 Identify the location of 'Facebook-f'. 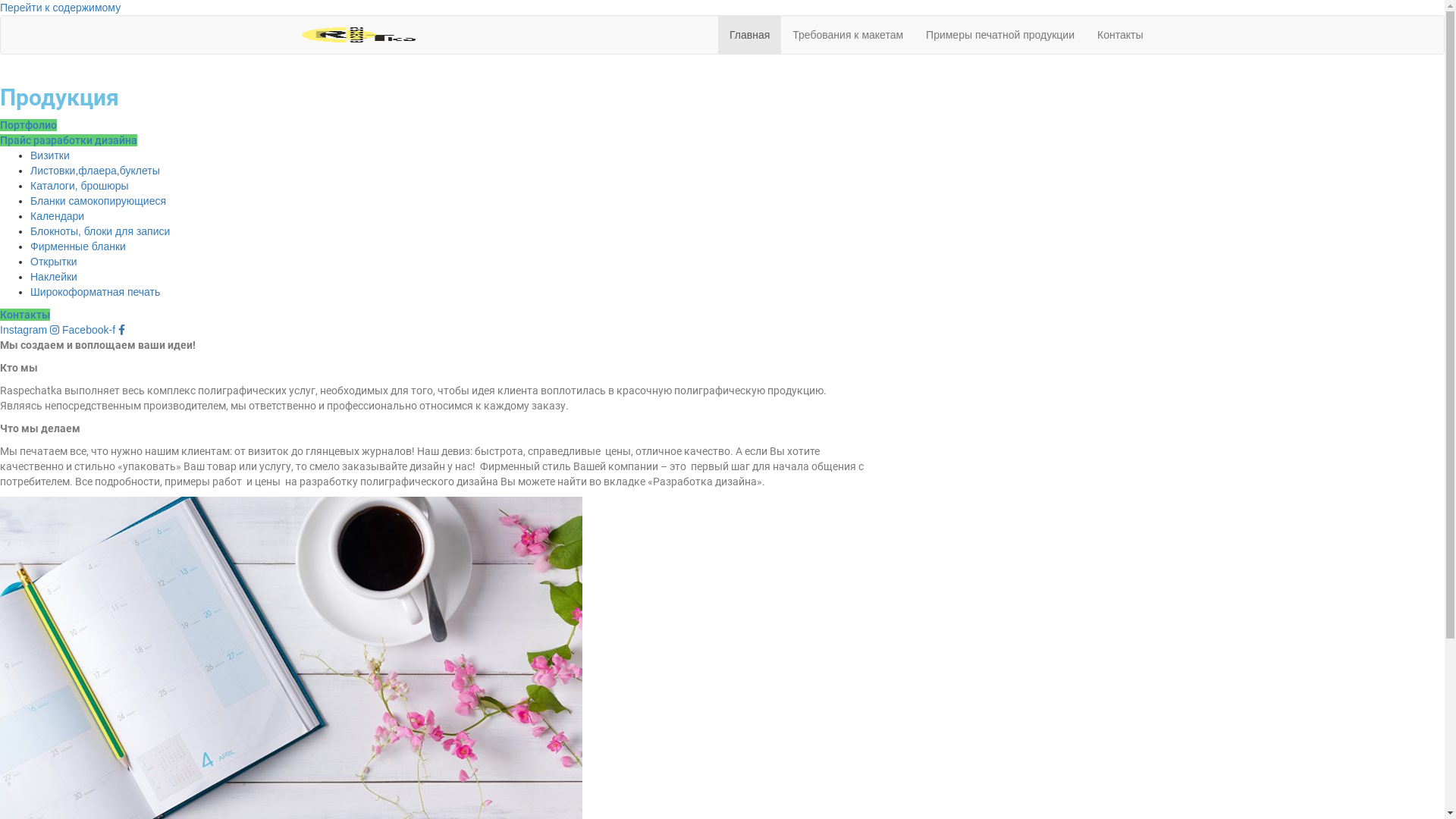
(61, 329).